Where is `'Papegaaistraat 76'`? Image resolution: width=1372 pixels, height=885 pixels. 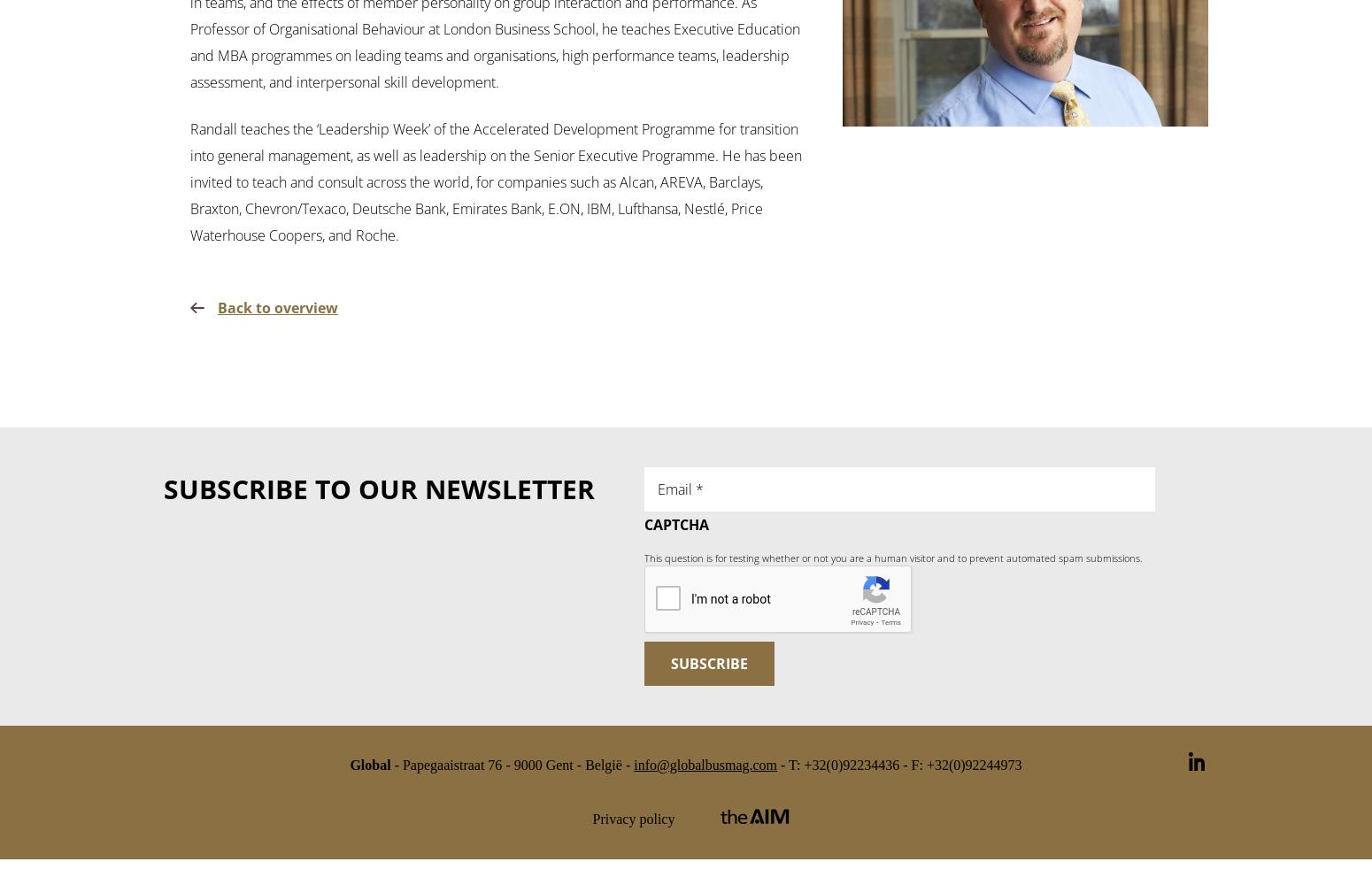 'Papegaaistraat 76' is located at coordinates (451, 763).